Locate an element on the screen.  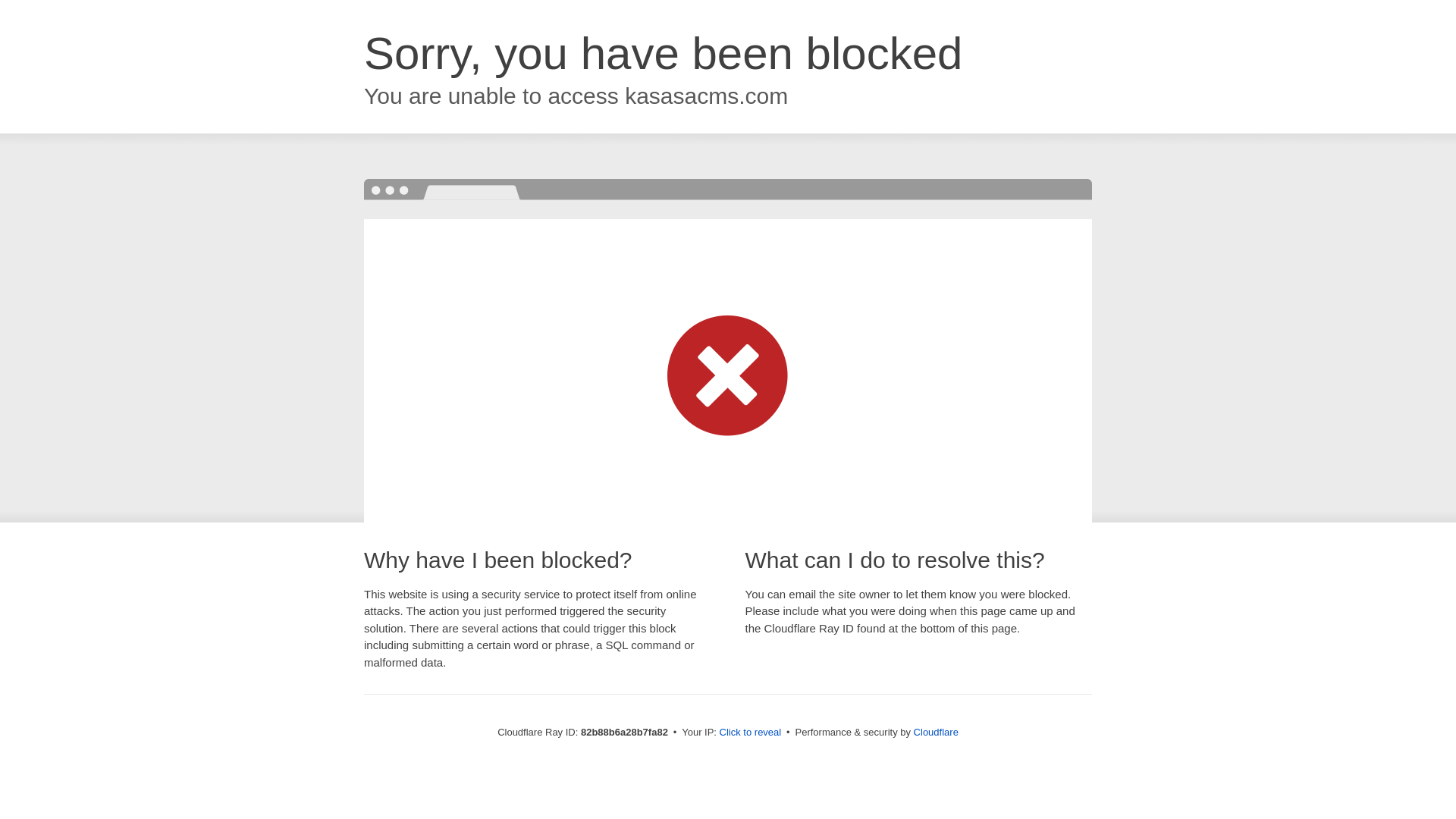
'Click to reveal' is located at coordinates (750, 731).